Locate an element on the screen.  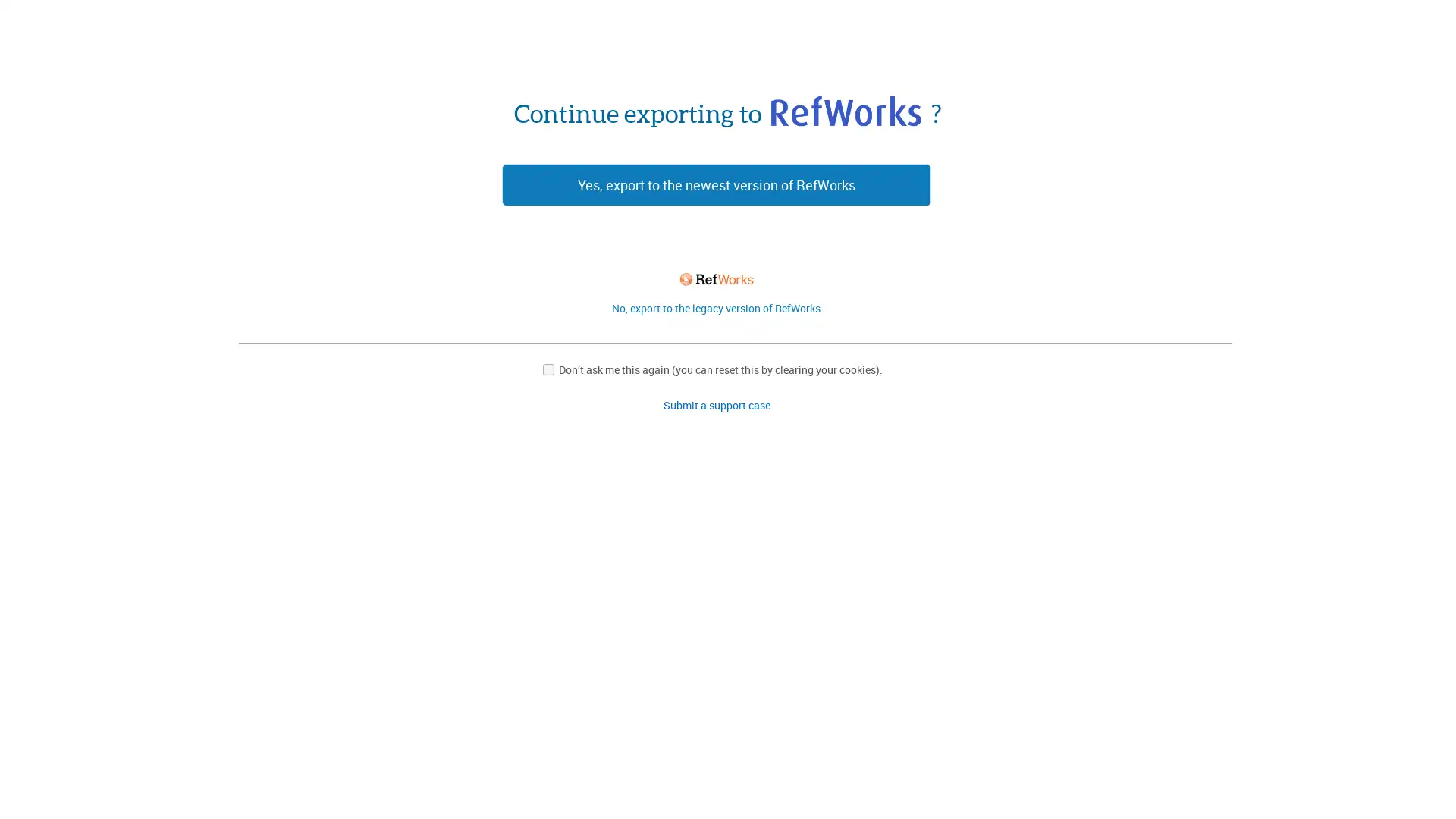
No, export to the legacy version of RefWorks is located at coordinates (715, 307).